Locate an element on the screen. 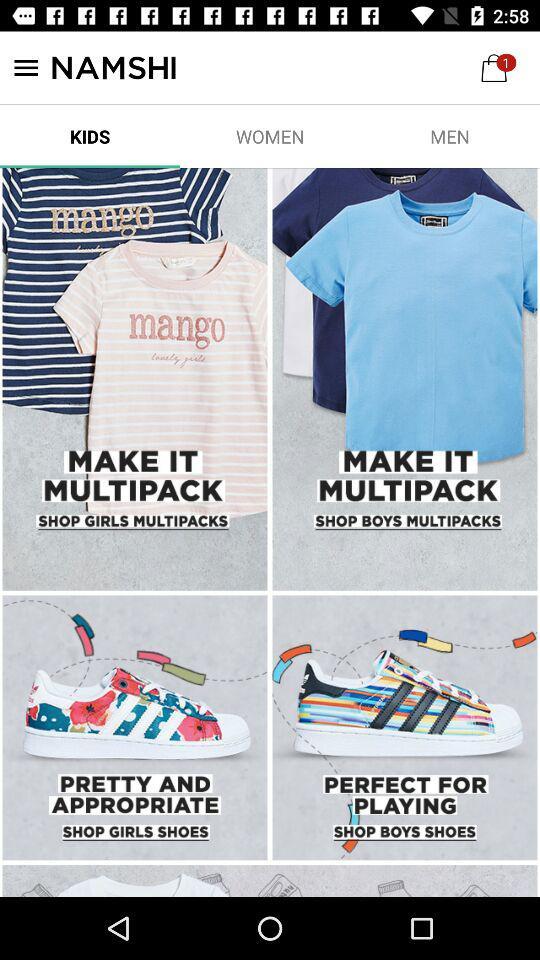  item next to the women item is located at coordinates (89, 135).